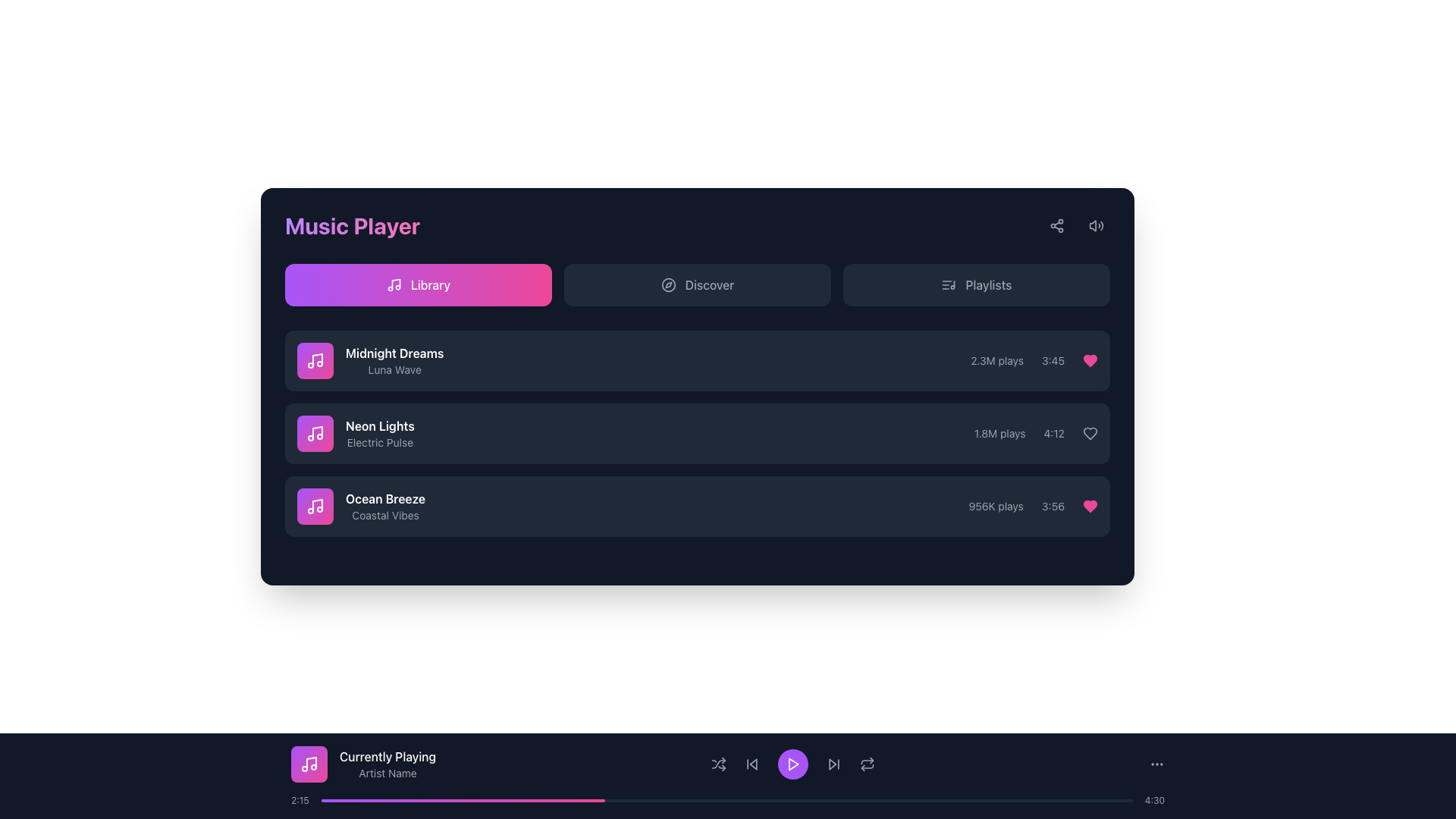 This screenshot has width=1456, height=819. What do you see at coordinates (1096, 225) in the screenshot?
I see `the circular button featuring a speaker icon with sound waves emanating outward, which changes color from gray to purple on hover, located in the upper right corner of the dark-colored panel` at bounding box center [1096, 225].